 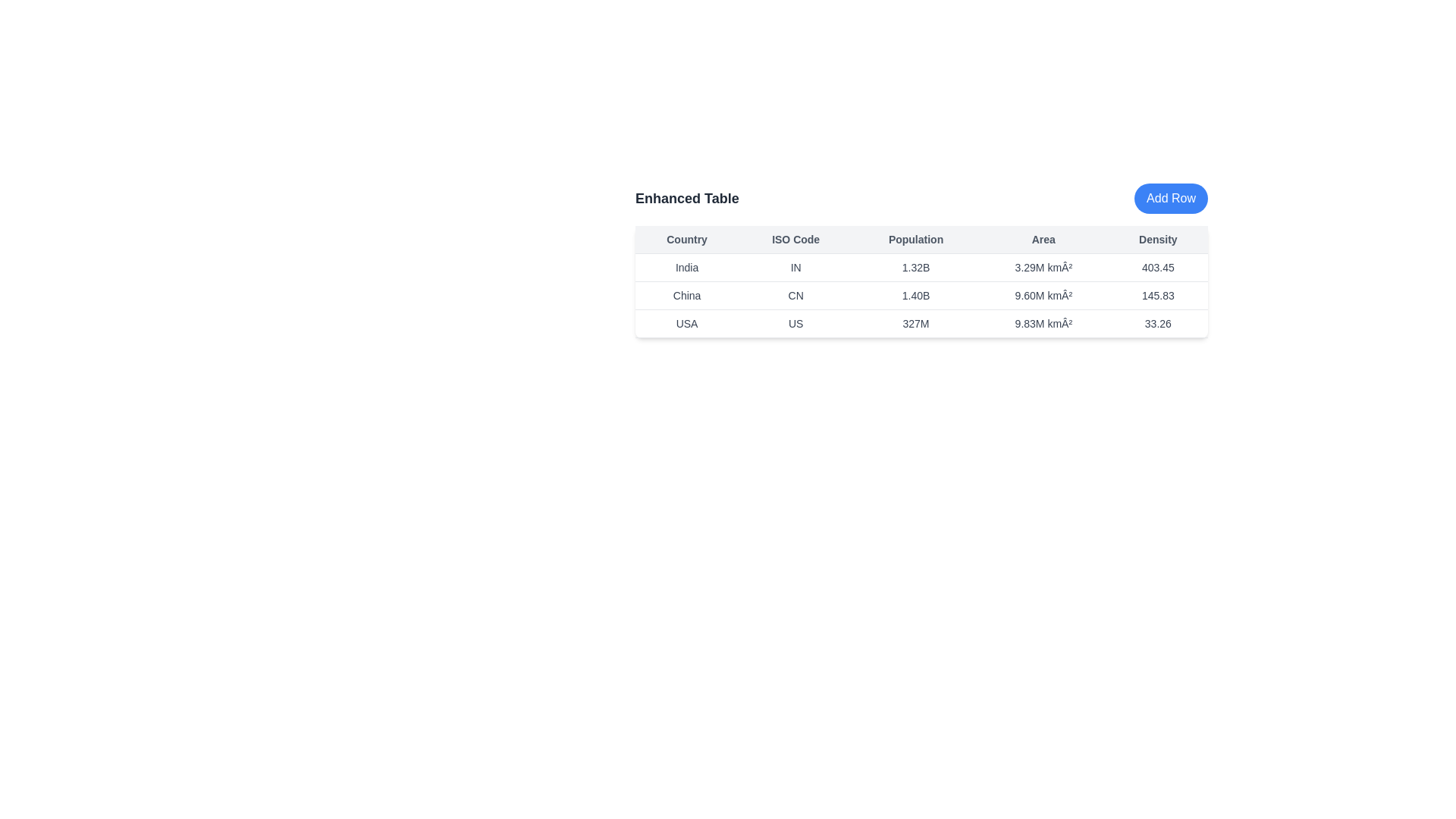 I want to click on the density value text element that displays the numerical density associated with the 'USA' dataset, located in the last position of the third row of the table, so click(x=1157, y=323).